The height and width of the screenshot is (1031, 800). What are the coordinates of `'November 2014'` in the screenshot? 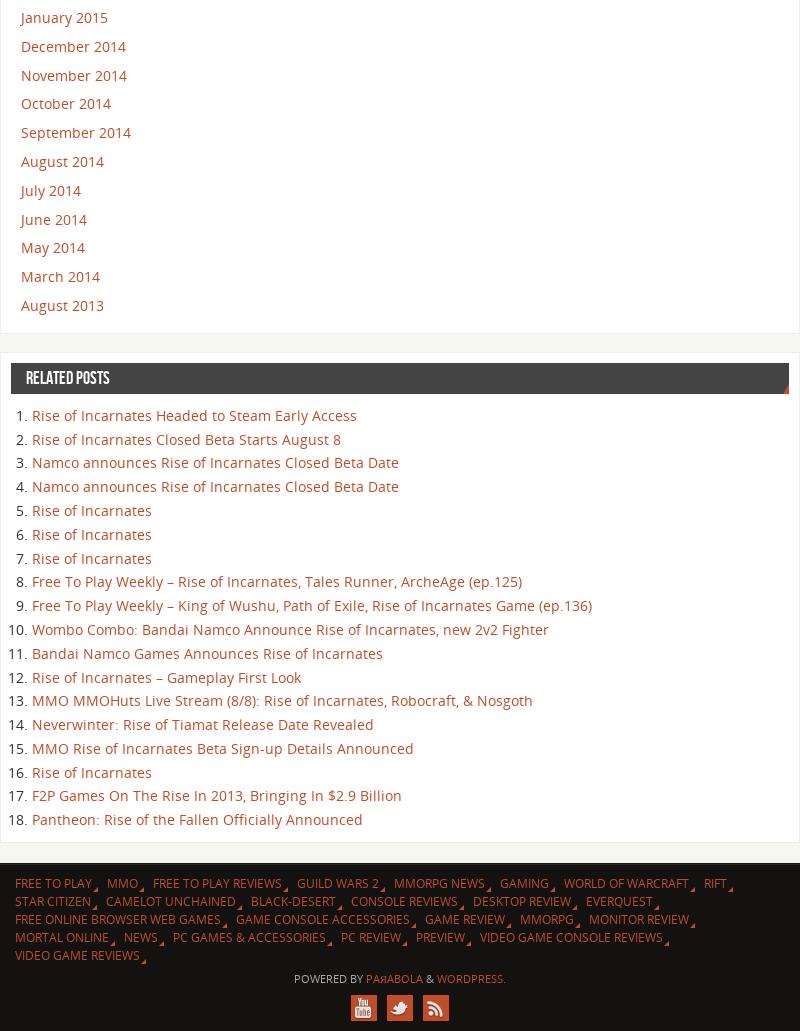 It's located at (74, 74).